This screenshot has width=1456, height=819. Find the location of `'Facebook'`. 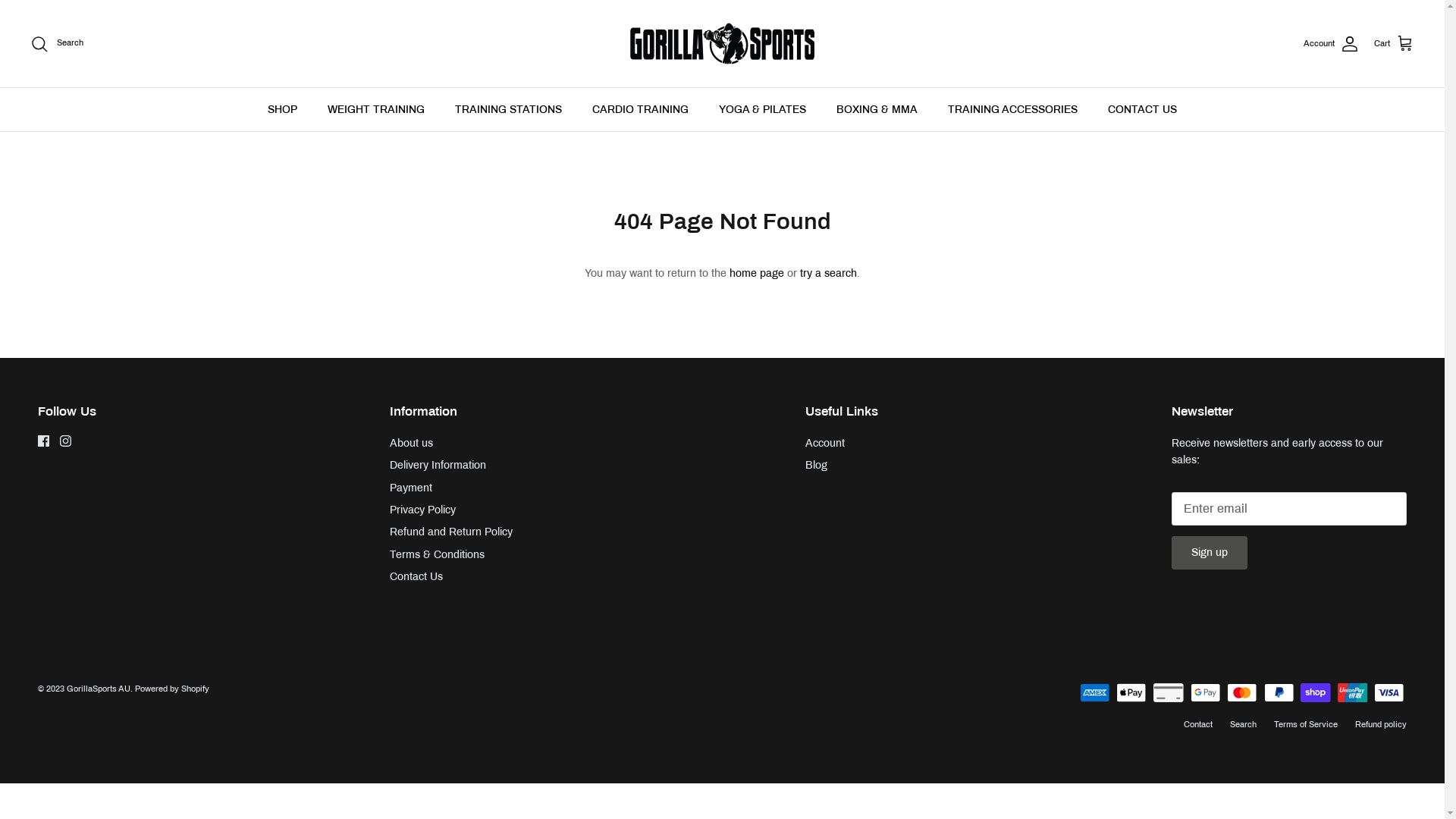

'Facebook' is located at coordinates (43, 441).